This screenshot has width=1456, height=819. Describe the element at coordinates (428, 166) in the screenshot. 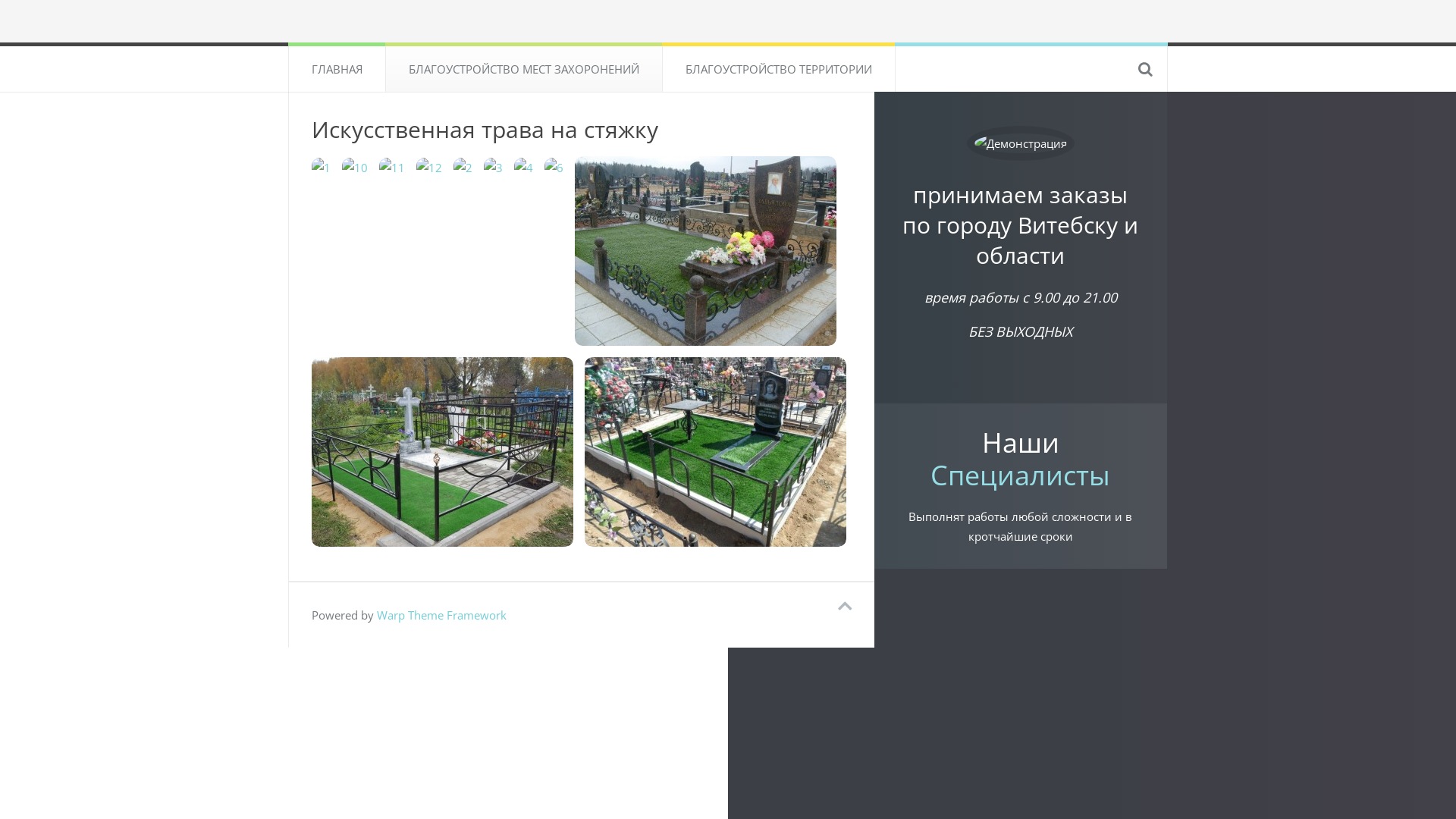

I see `'12'` at that location.